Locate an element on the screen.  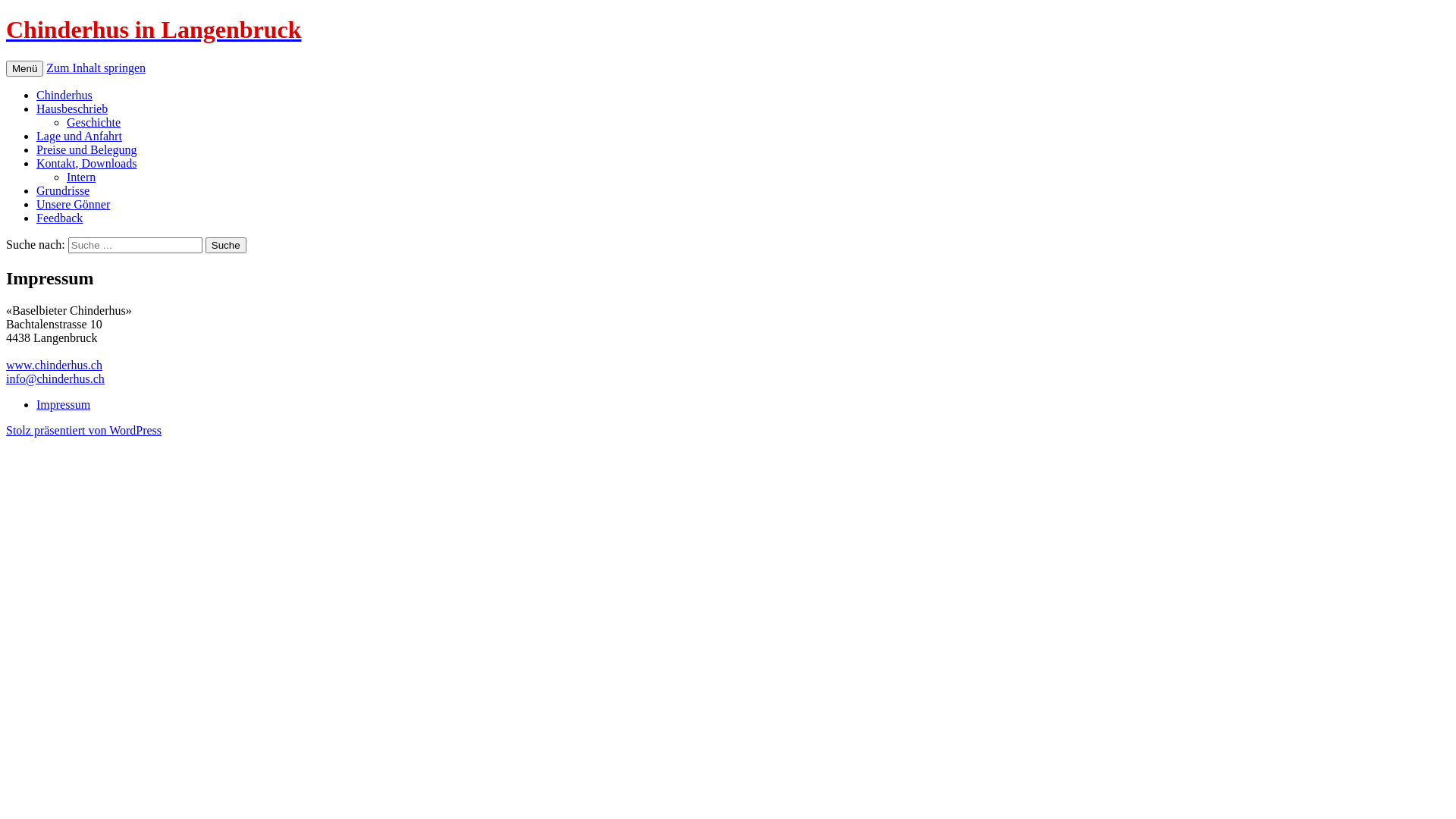
'www.chinderhus.ch' is located at coordinates (54, 365).